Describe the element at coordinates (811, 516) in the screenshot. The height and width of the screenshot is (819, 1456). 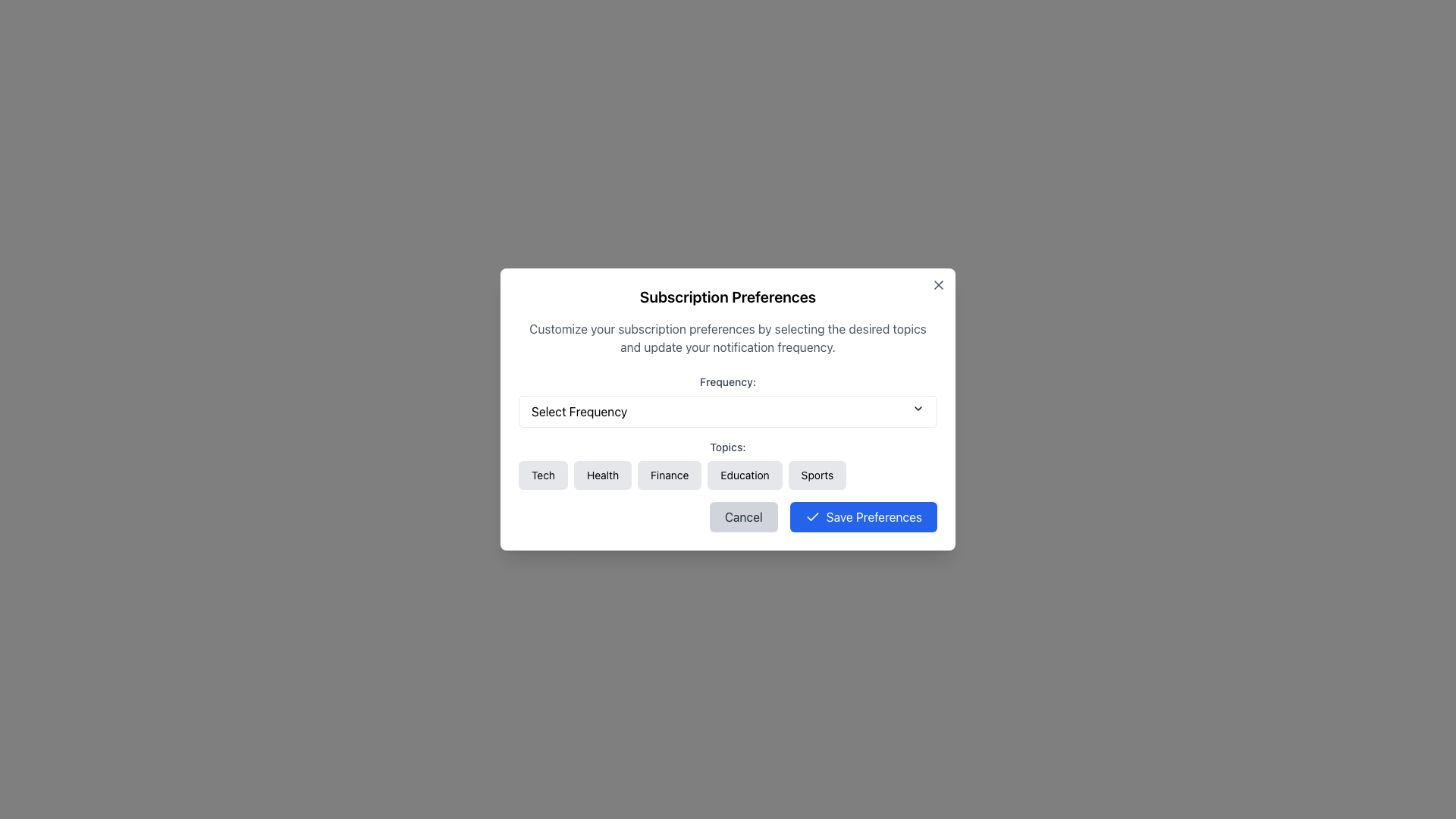
I see `the icon within the 'Save Preferences' button, which is located to the left of the text and slightly aligned towards the middle vertically` at that location.